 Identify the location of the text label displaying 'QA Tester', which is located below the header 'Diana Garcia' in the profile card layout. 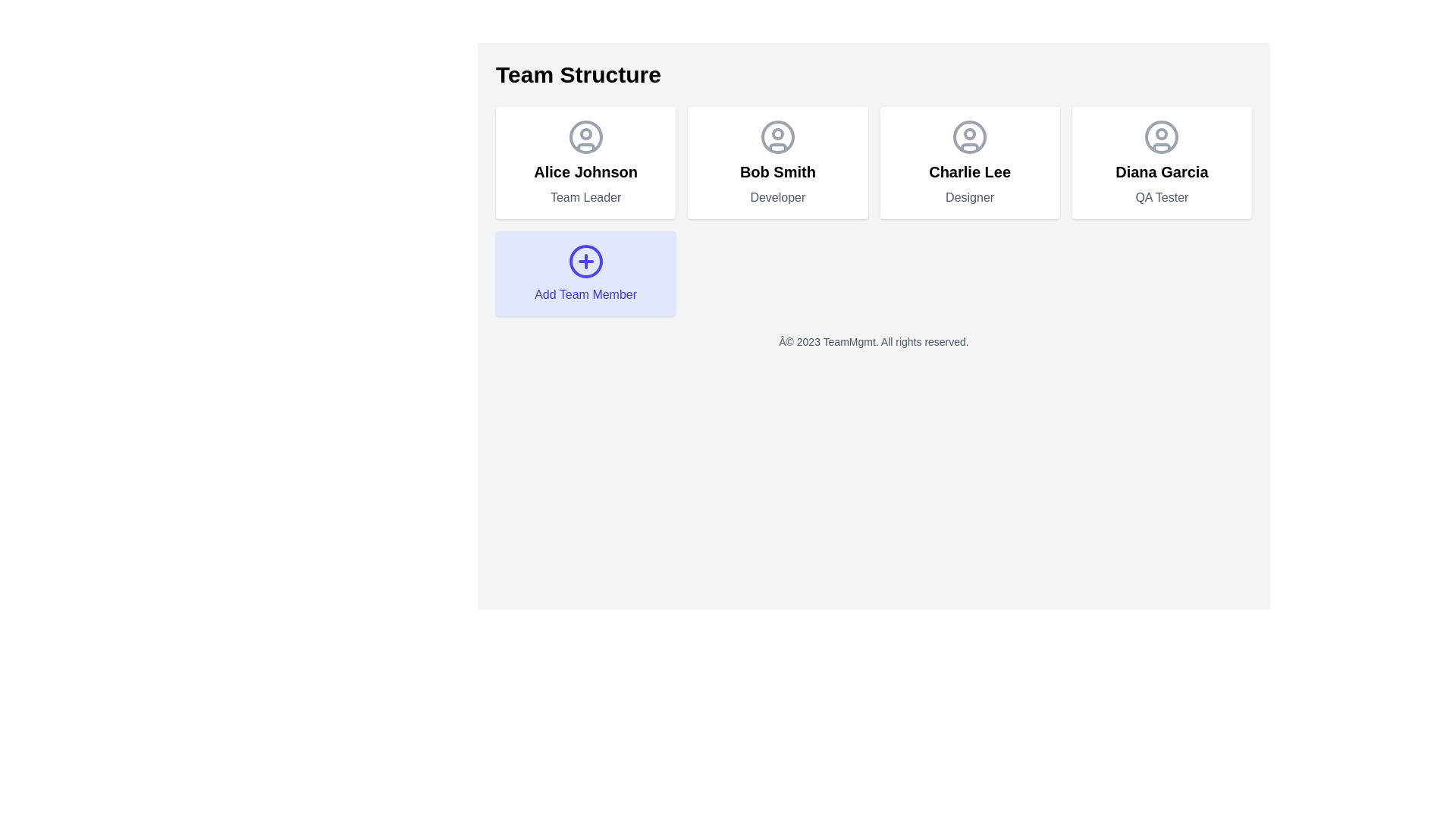
(1161, 197).